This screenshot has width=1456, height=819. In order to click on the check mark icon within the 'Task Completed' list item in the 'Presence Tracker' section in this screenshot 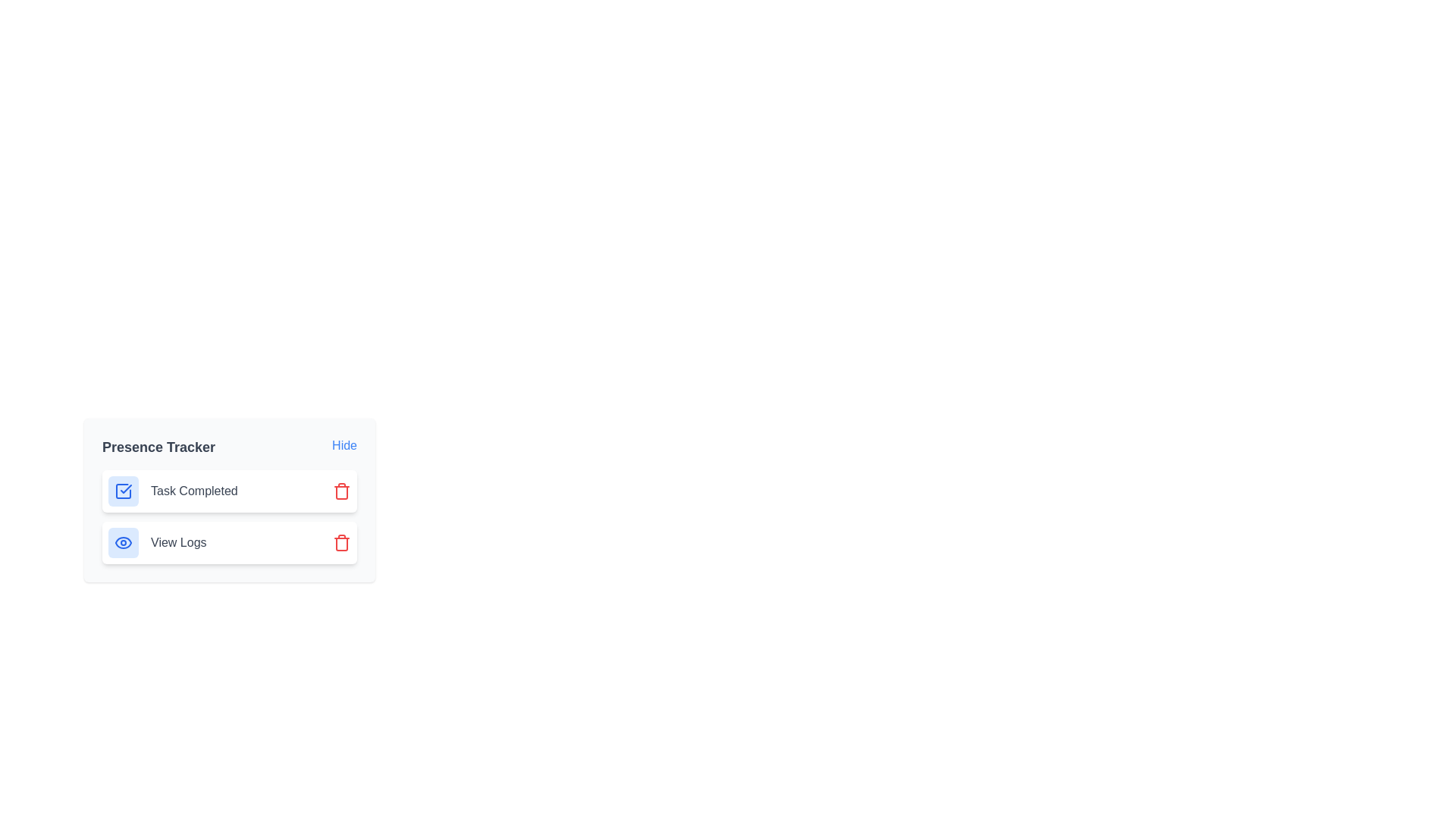, I will do `click(124, 491)`.